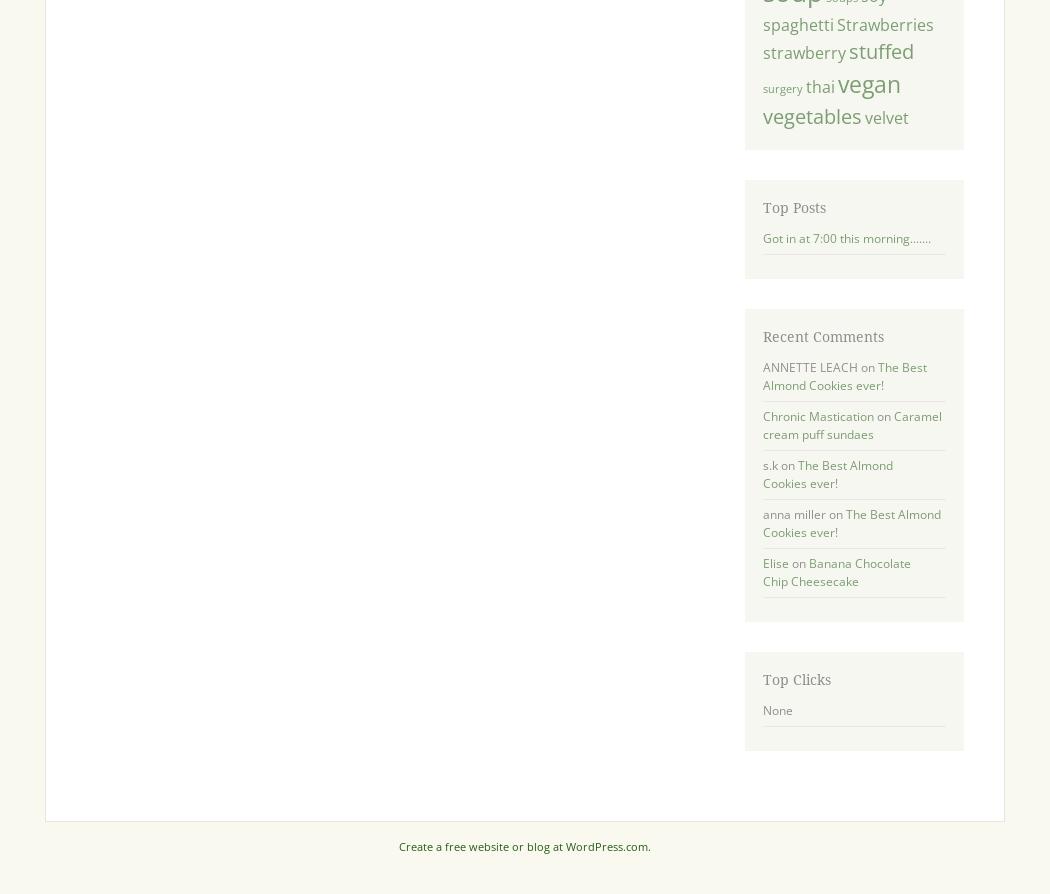 This screenshot has height=894, width=1050. What do you see at coordinates (802, 514) in the screenshot?
I see `'anna miller on'` at bounding box center [802, 514].